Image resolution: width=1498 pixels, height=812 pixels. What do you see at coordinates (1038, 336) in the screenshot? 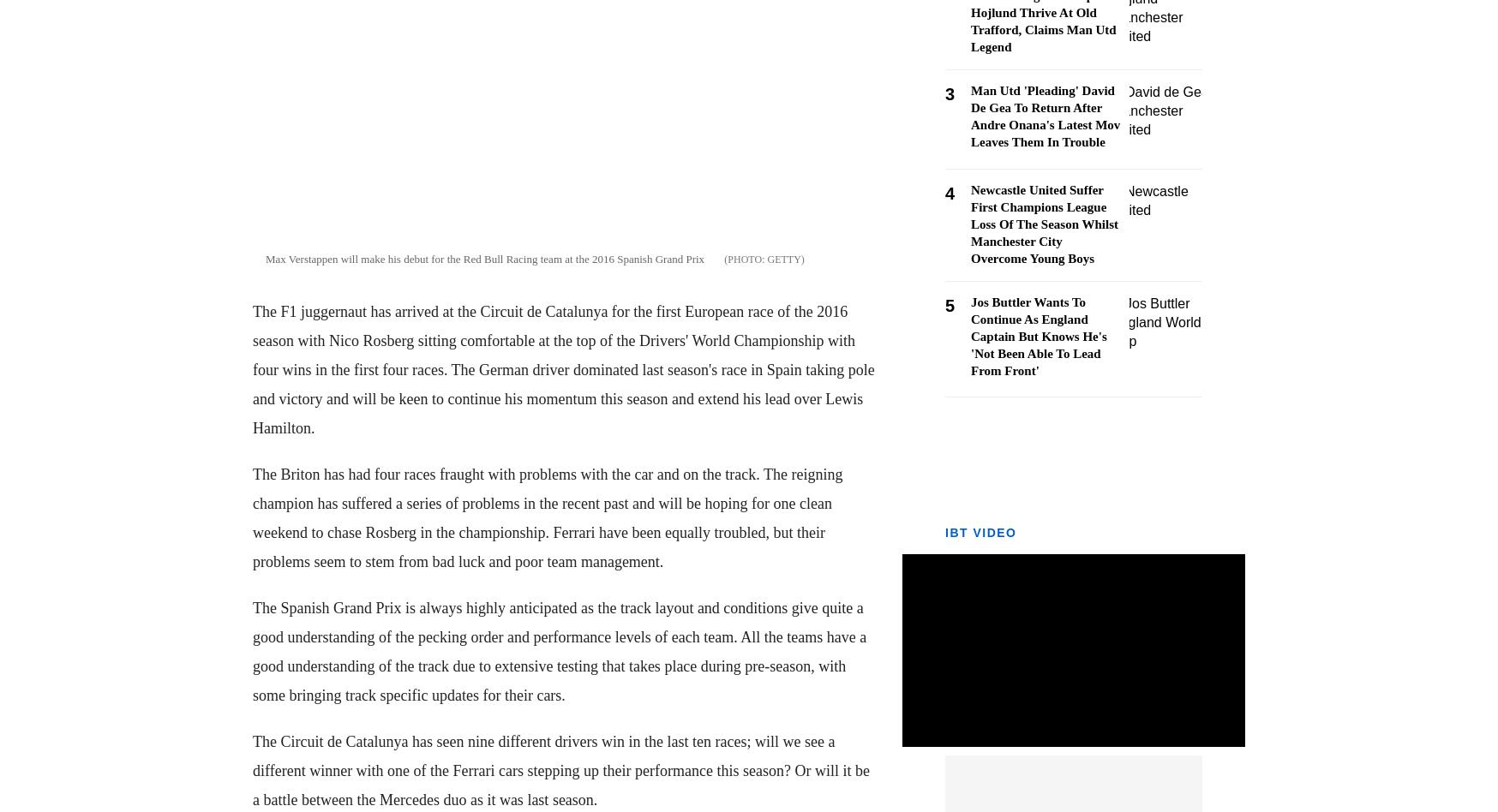
I see `'Jos Buttler Wants To Continue As England Captain But Knows He's 'Not Been Able To Lead From Front''` at bounding box center [1038, 336].